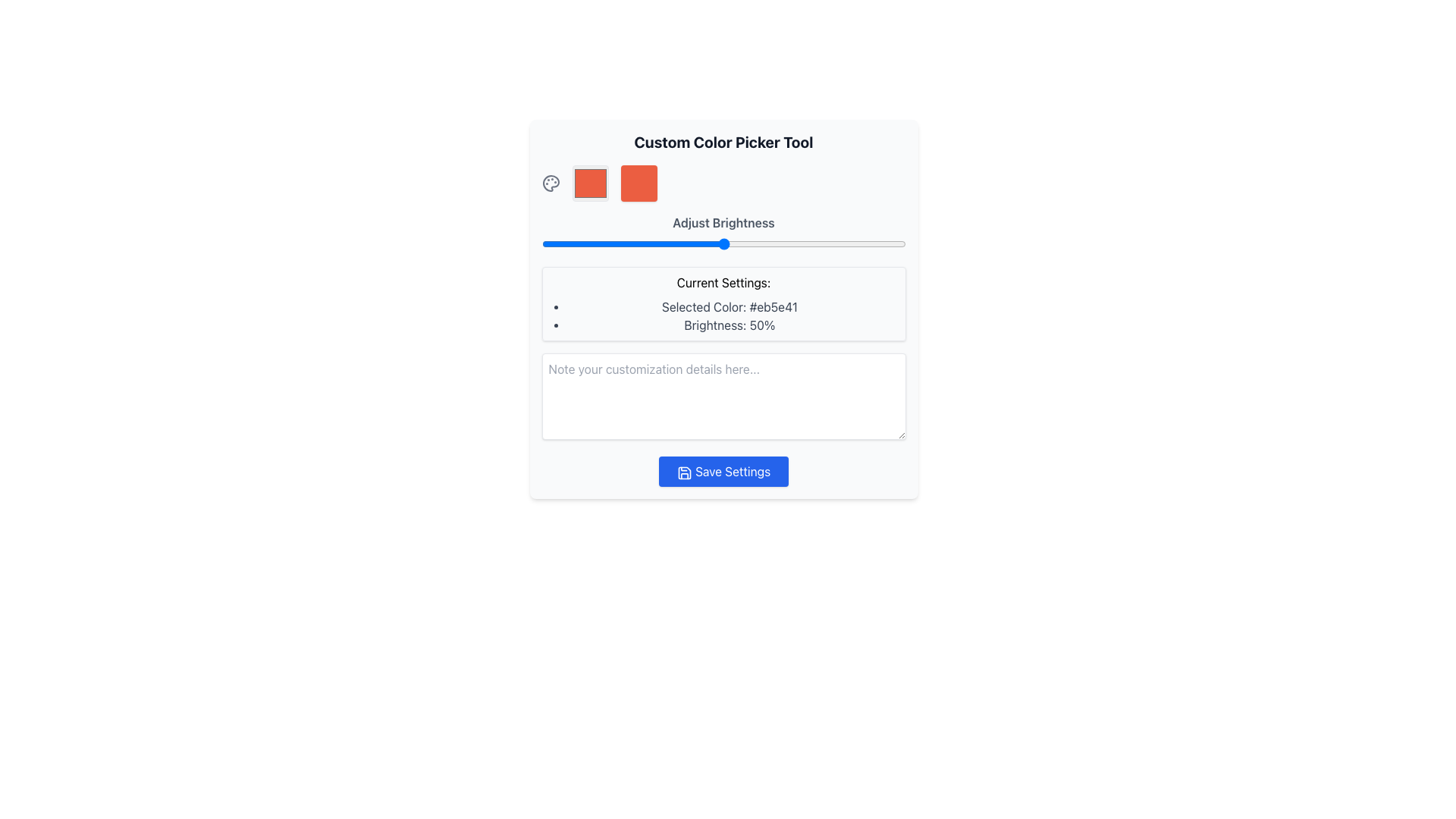  Describe the element at coordinates (690, 243) in the screenshot. I see `brightness` at that location.